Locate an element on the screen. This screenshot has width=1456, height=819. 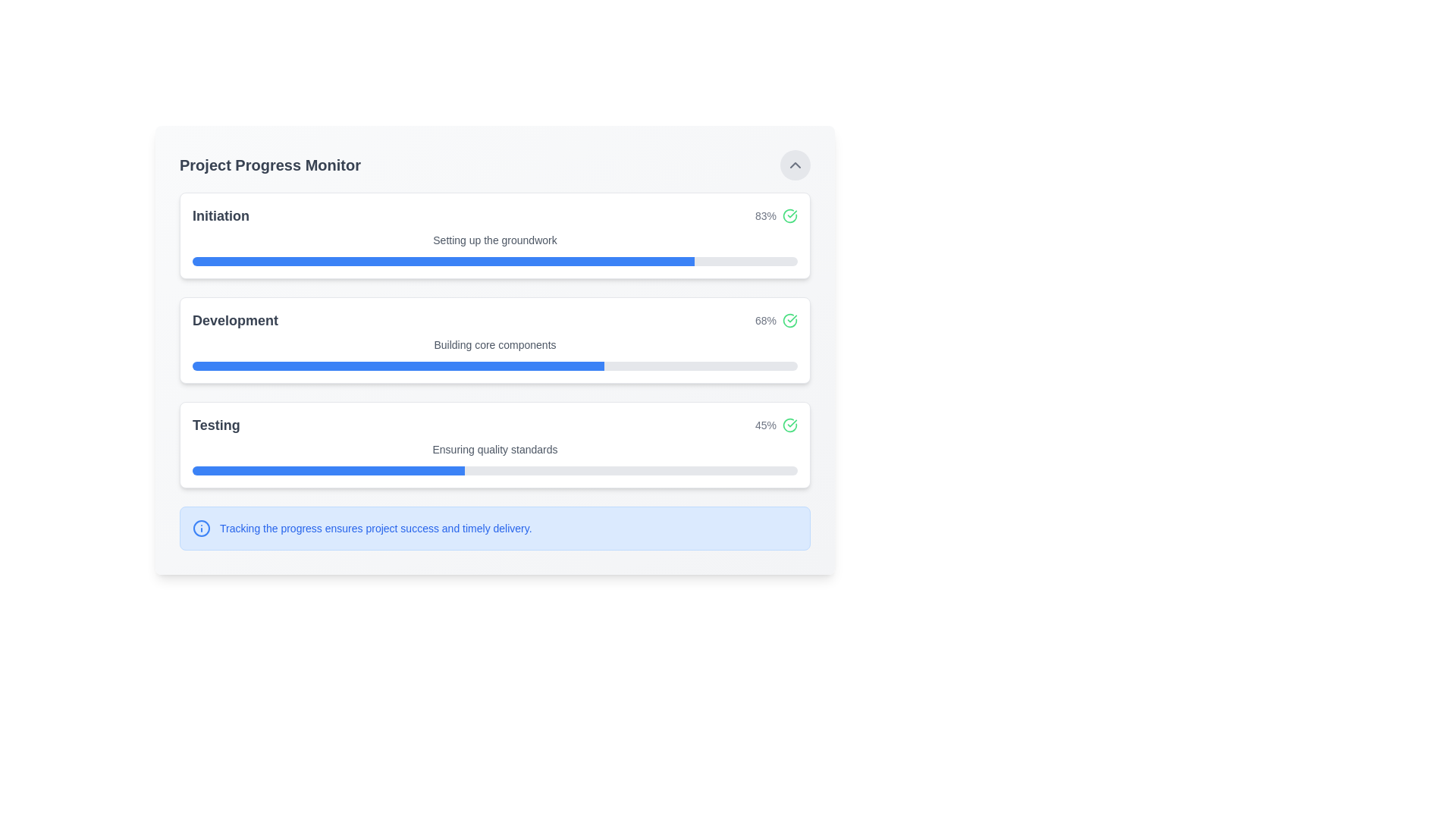
the success icon located immediately to the right of the '83%' text in the top right corner of the progress bar for 'Initiation' is located at coordinates (789, 216).